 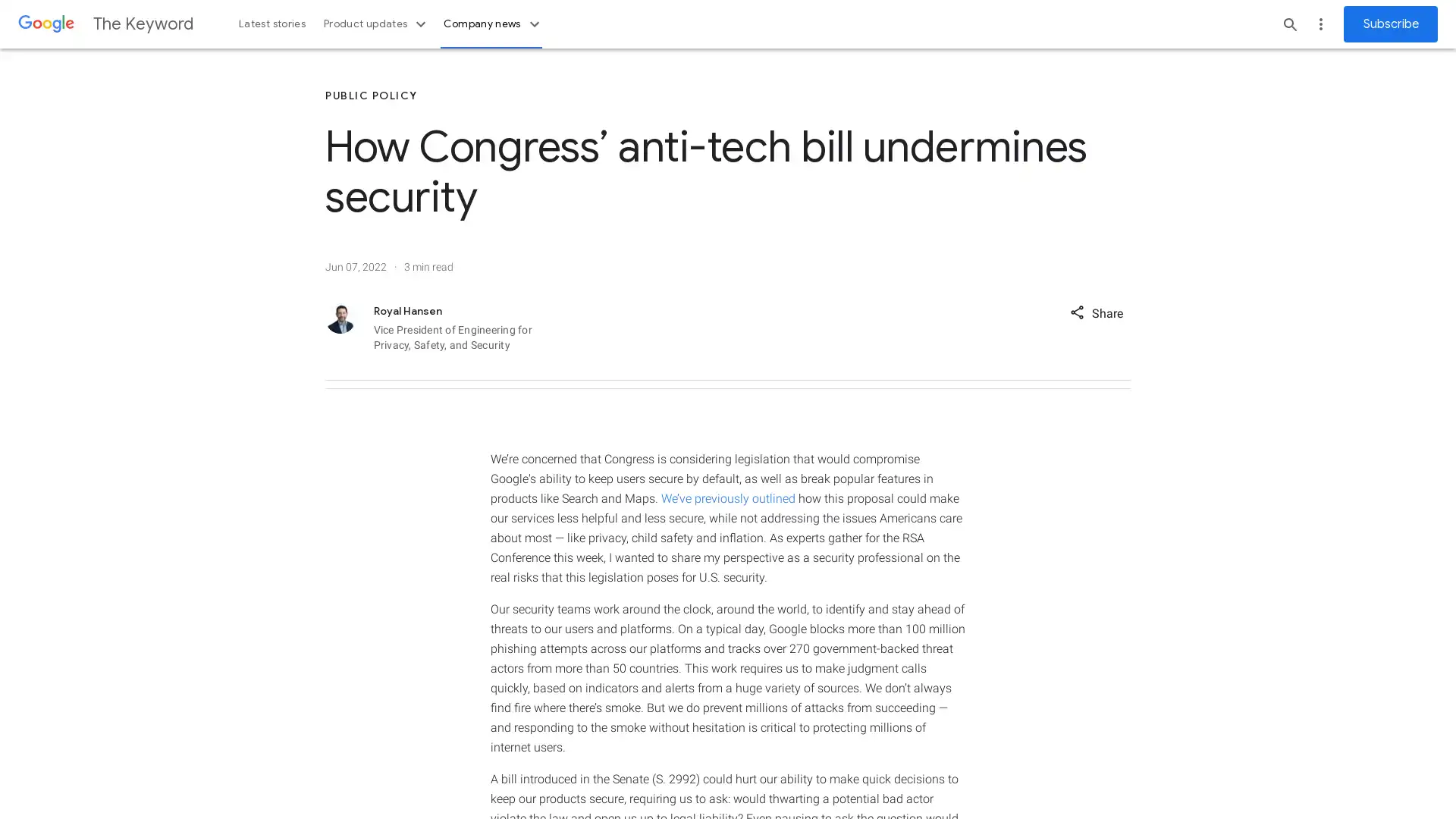 I want to click on Secondary menu, so click(x=1320, y=24).